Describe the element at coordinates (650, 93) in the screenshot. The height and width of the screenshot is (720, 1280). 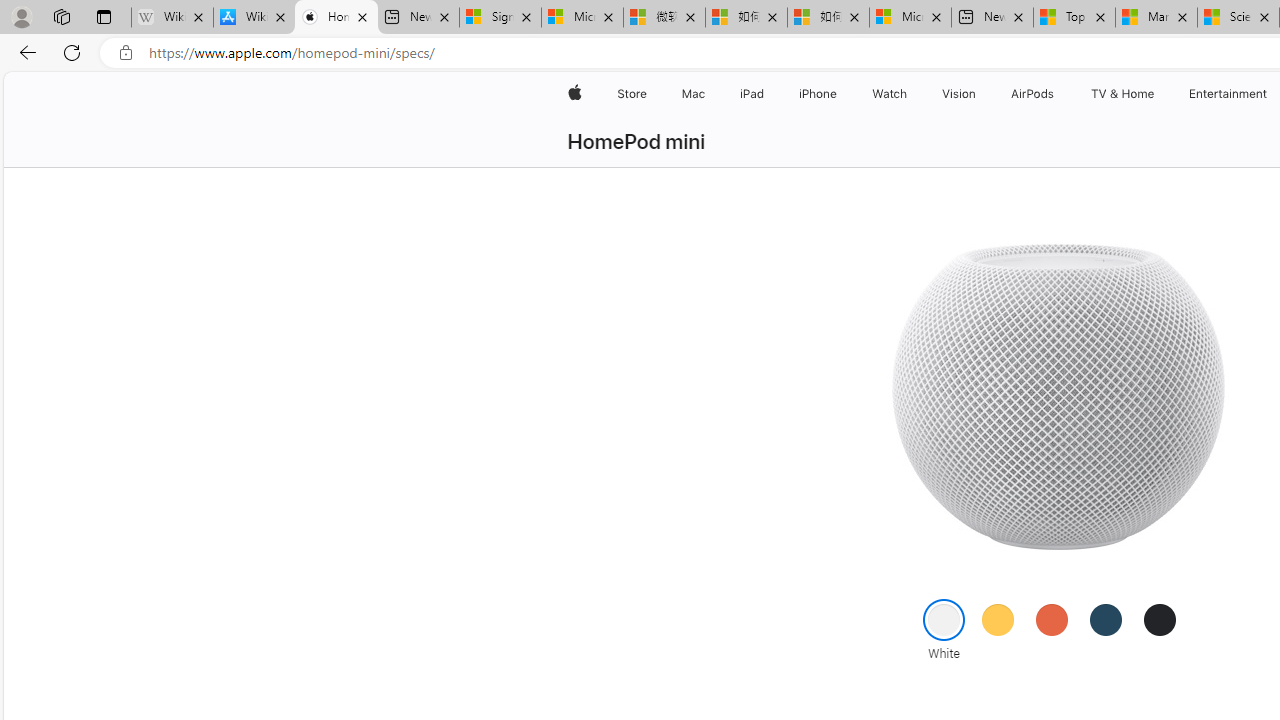
I see `'Store menu'` at that location.